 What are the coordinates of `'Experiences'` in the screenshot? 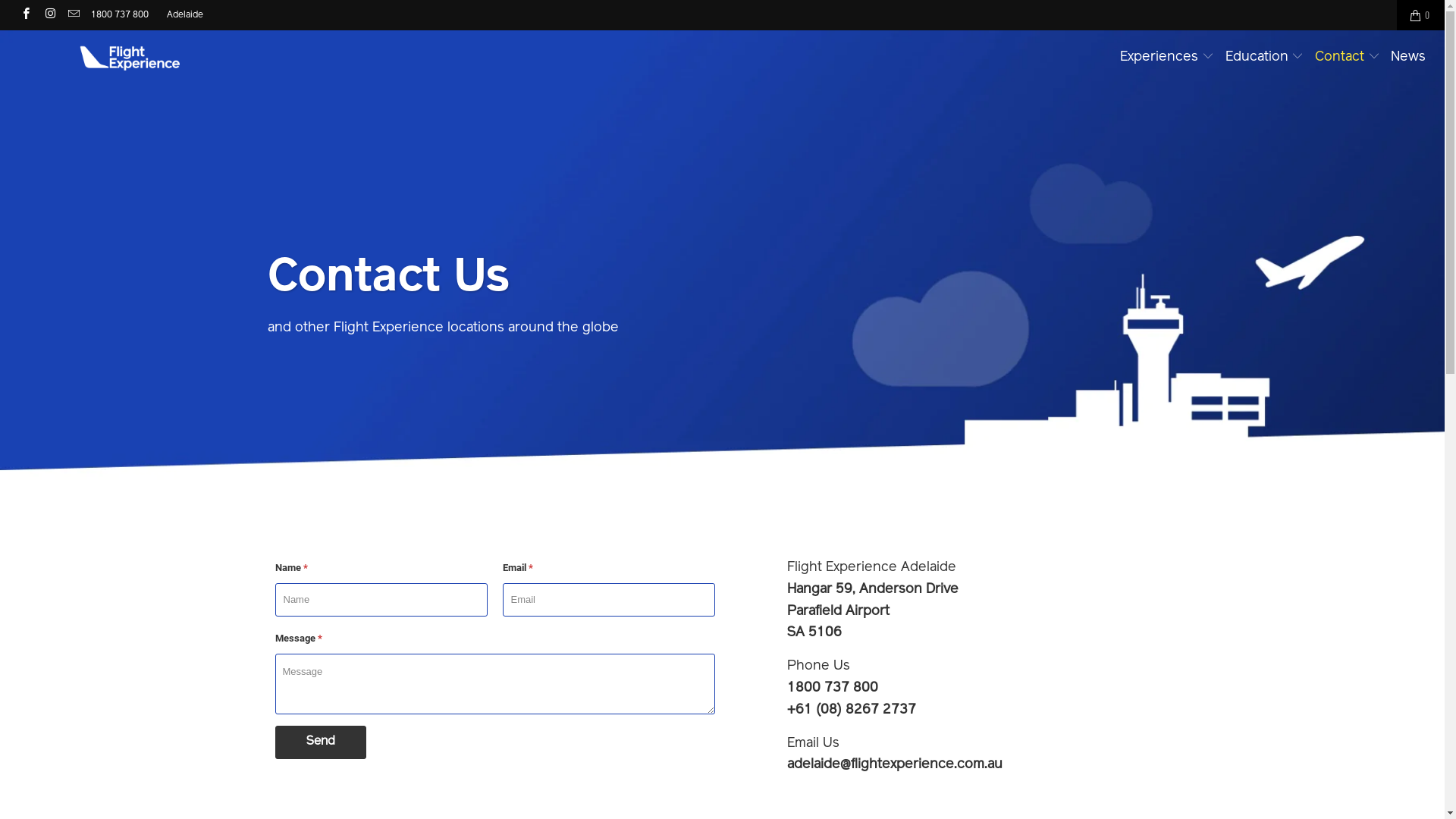 It's located at (1166, 57).